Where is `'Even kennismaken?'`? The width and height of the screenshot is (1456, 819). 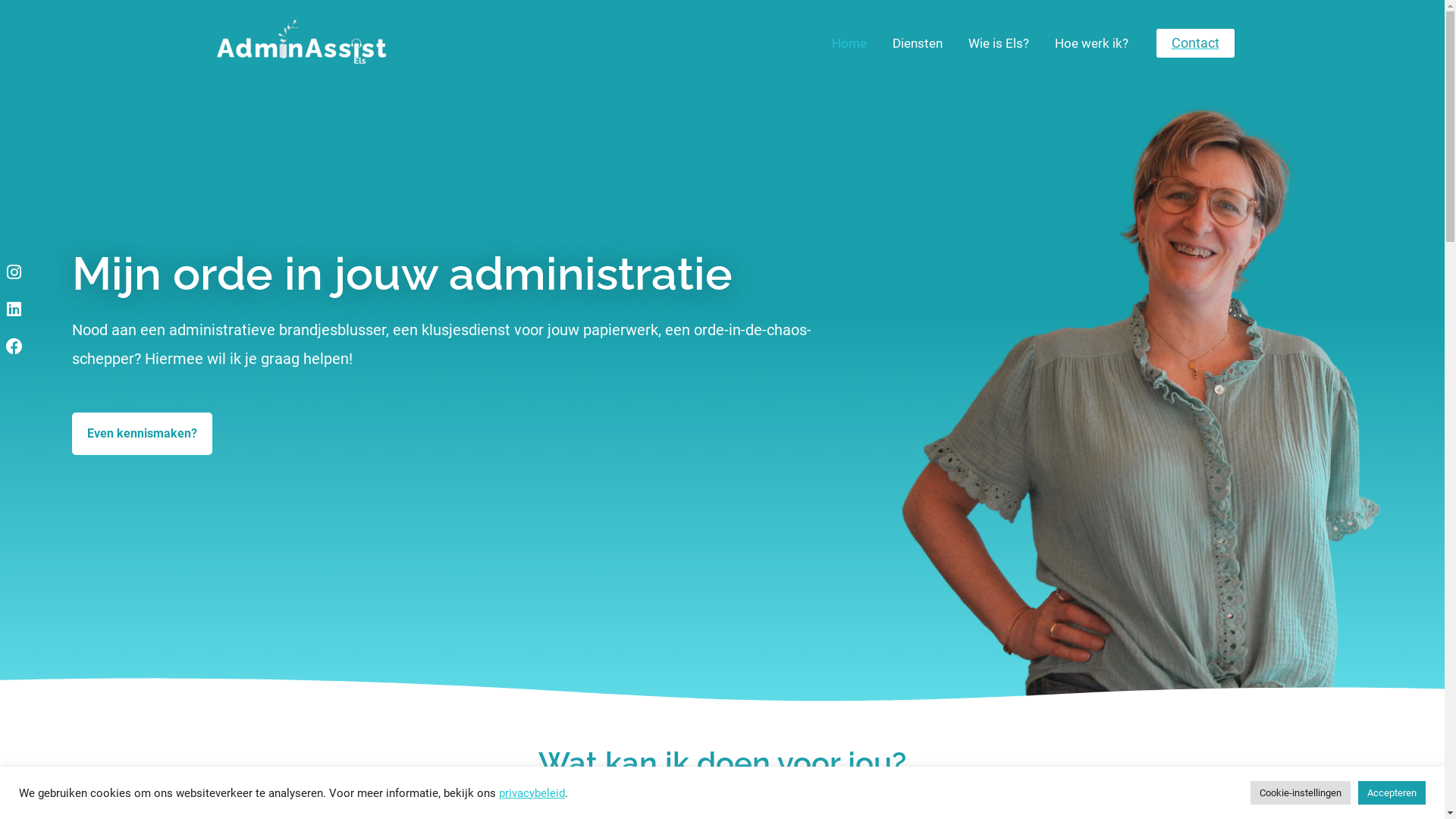
'Even kennismaken?' is located at coordinates (71, 433).